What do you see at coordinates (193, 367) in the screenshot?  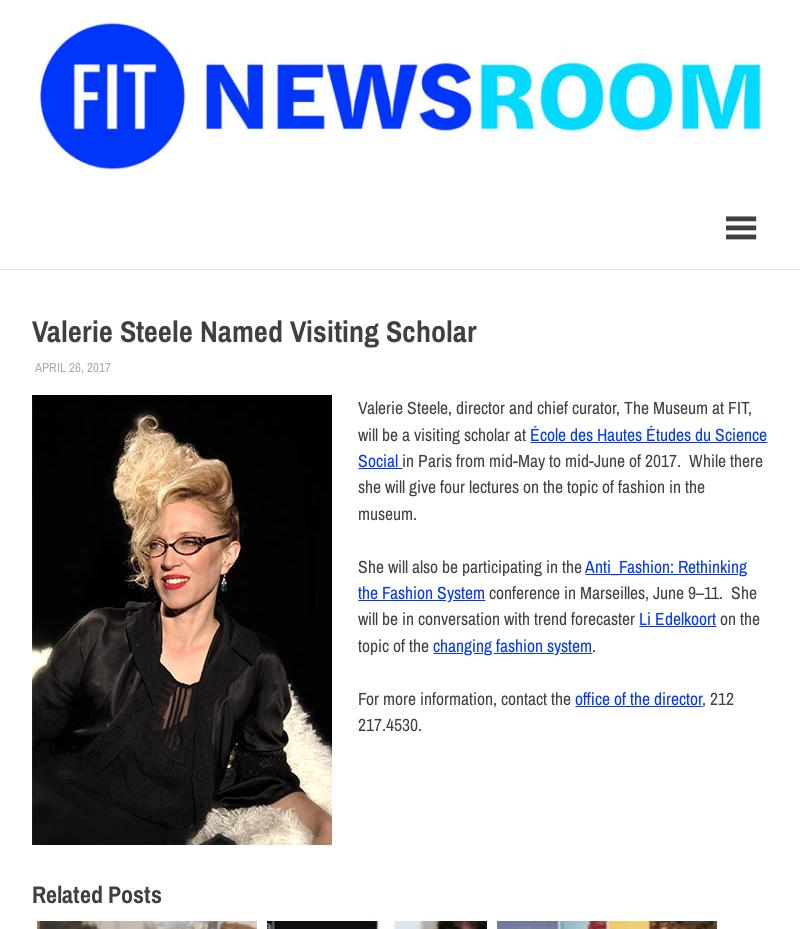 I see `','` at bounding box center [193, 367].